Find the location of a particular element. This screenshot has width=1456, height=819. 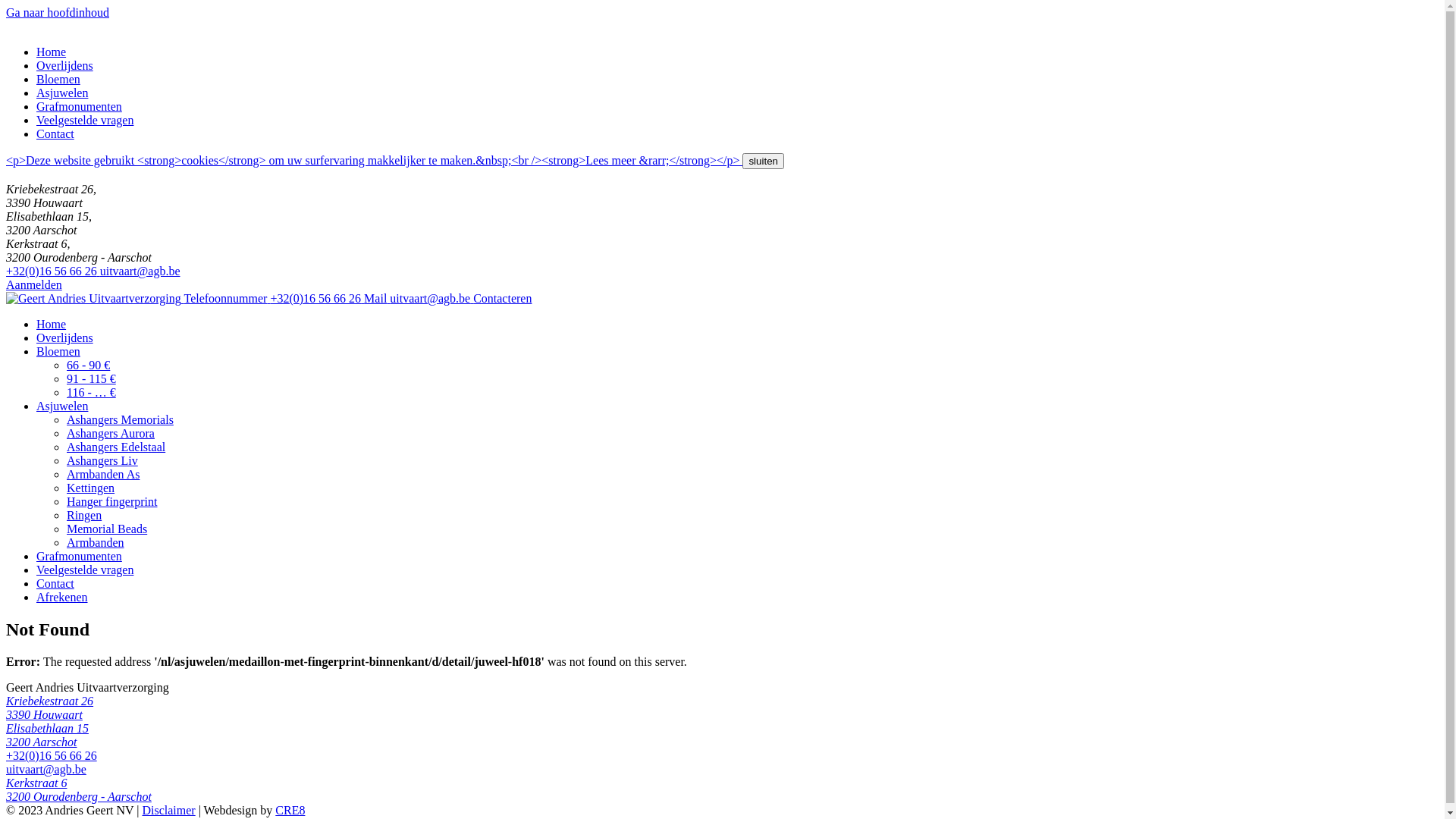

'Aanmelden' is located at coordinates (33, 284).